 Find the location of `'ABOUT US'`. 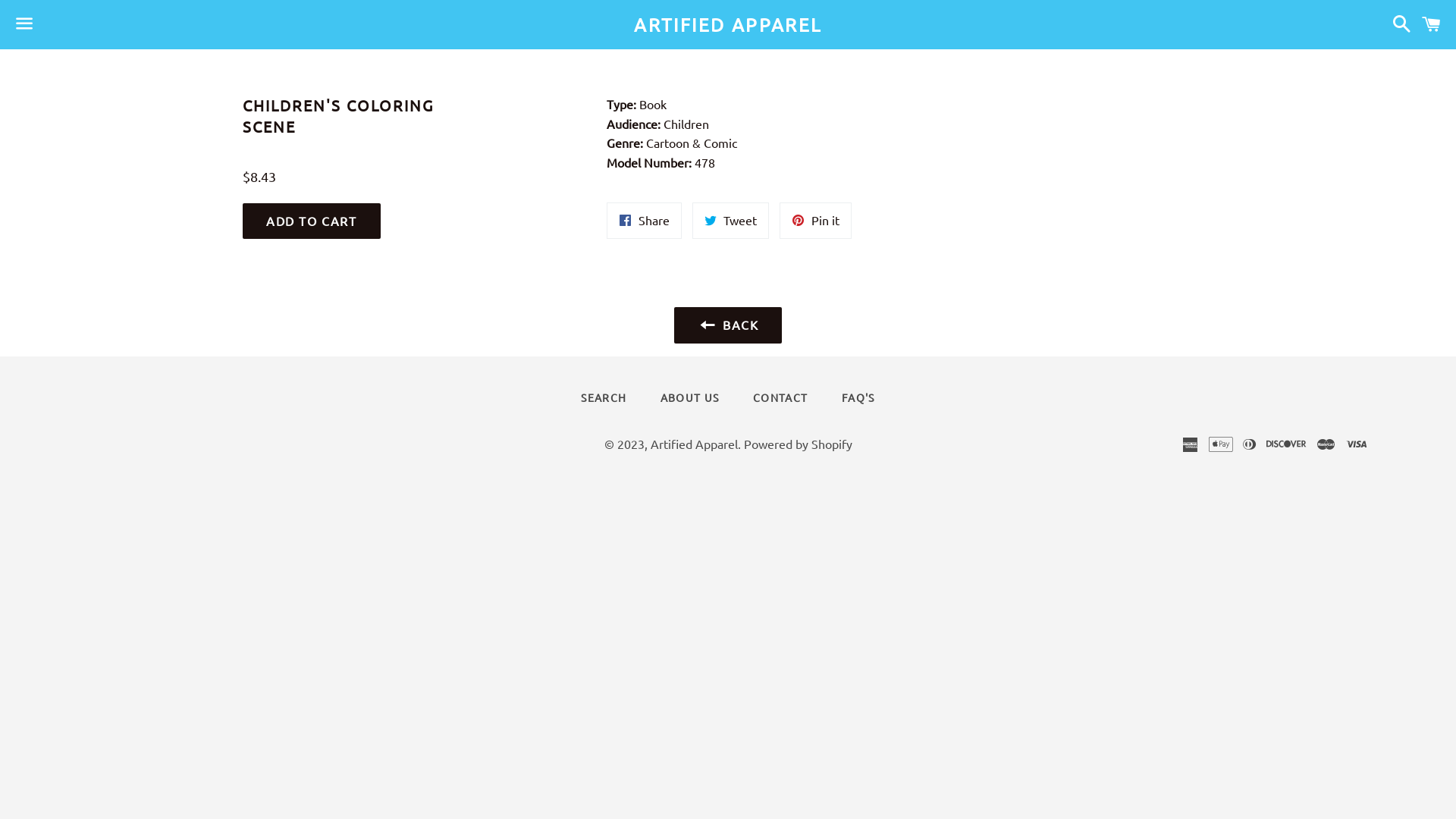

'ABOUT US' is located at coordinates (689, 397).